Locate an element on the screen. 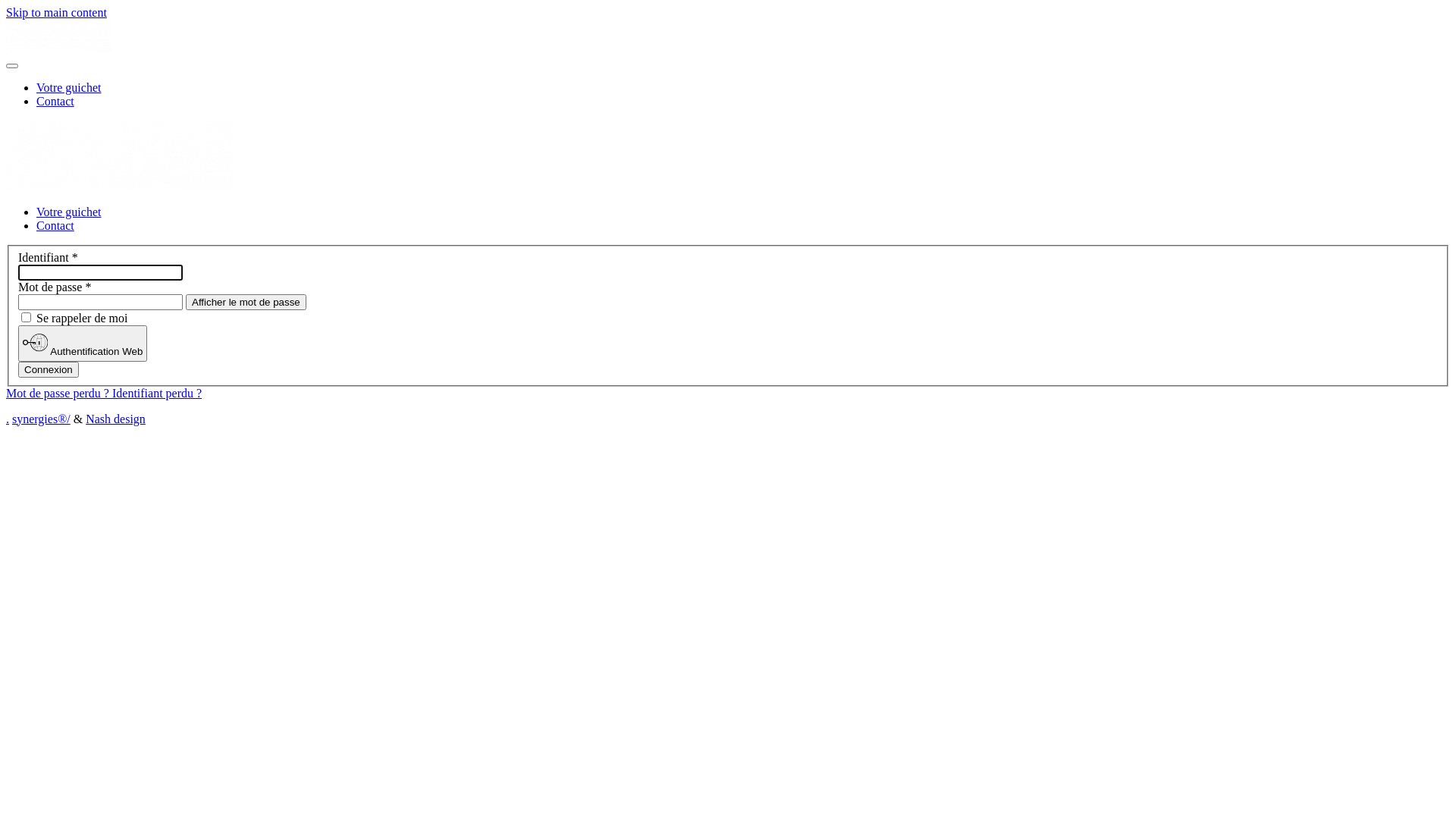  'Mot de passe perdu ?' is located at coordinates (58, 392).